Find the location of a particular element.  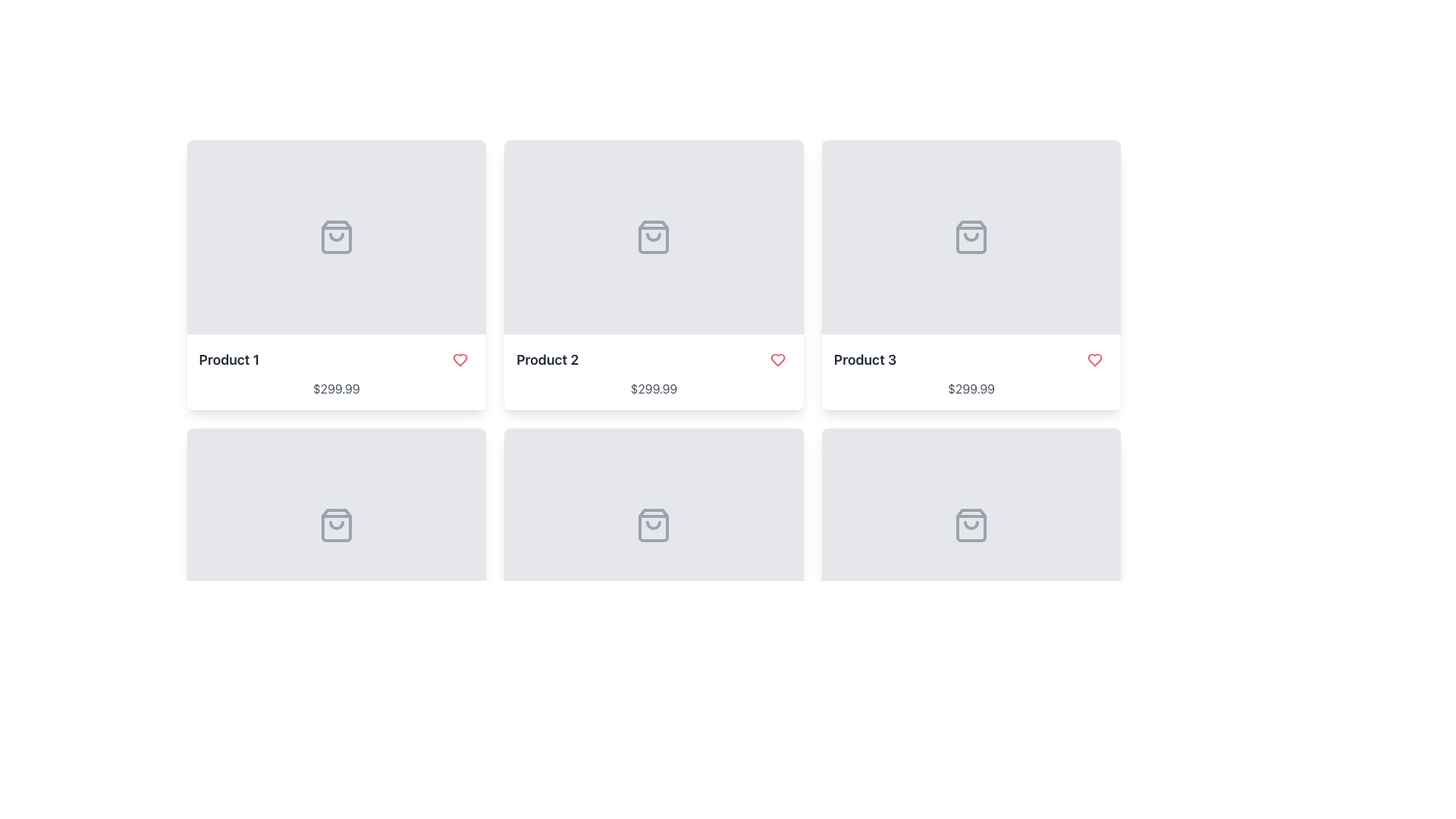

the favorite button with a heart icon located at the far-right end of the row for 'Product 1' is located at coordinates (459, 359).